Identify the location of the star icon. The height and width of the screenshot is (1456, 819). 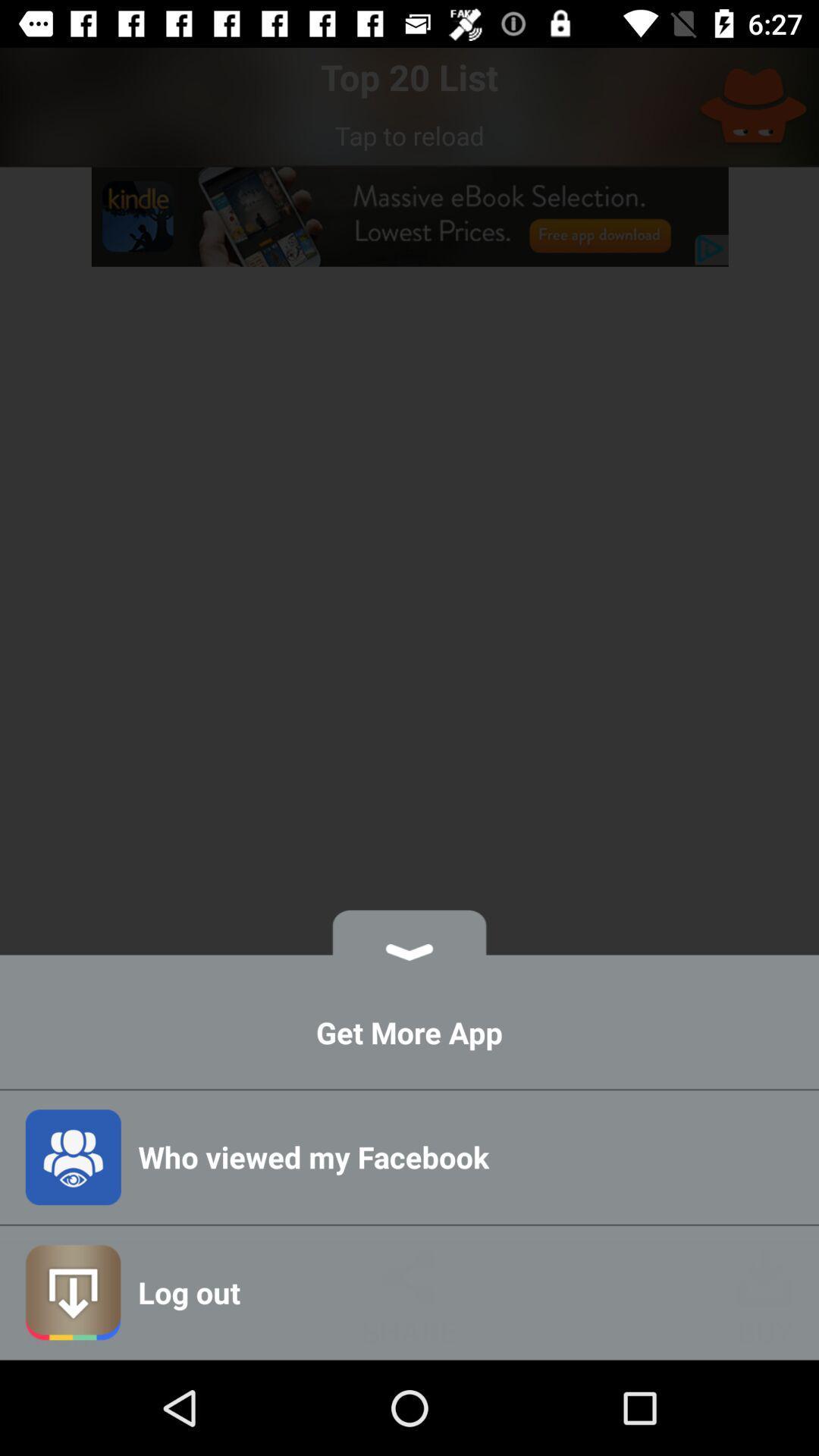
(753, 106).